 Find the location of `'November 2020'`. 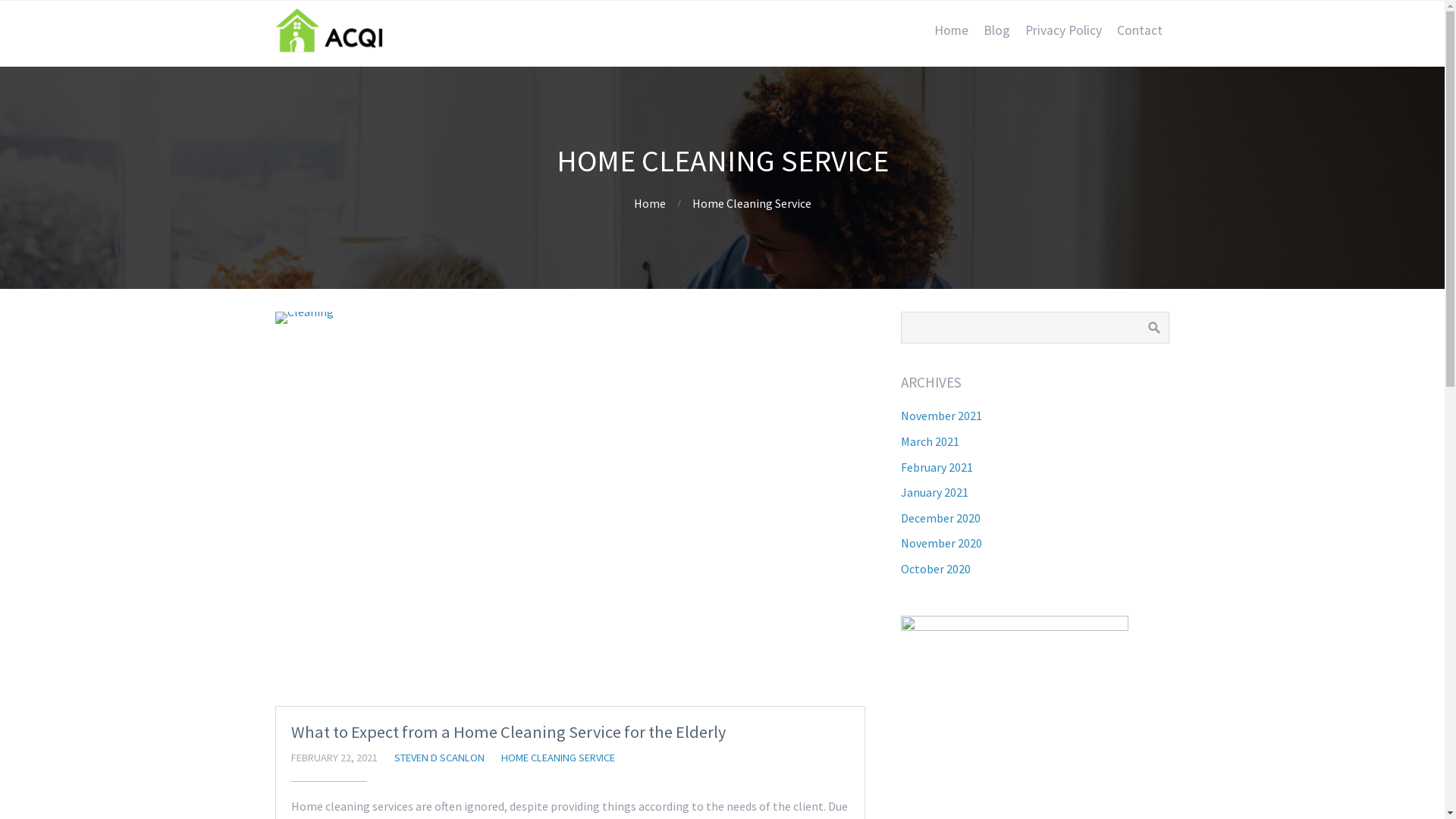

'November 2020' is located at coordinates (940, 542).